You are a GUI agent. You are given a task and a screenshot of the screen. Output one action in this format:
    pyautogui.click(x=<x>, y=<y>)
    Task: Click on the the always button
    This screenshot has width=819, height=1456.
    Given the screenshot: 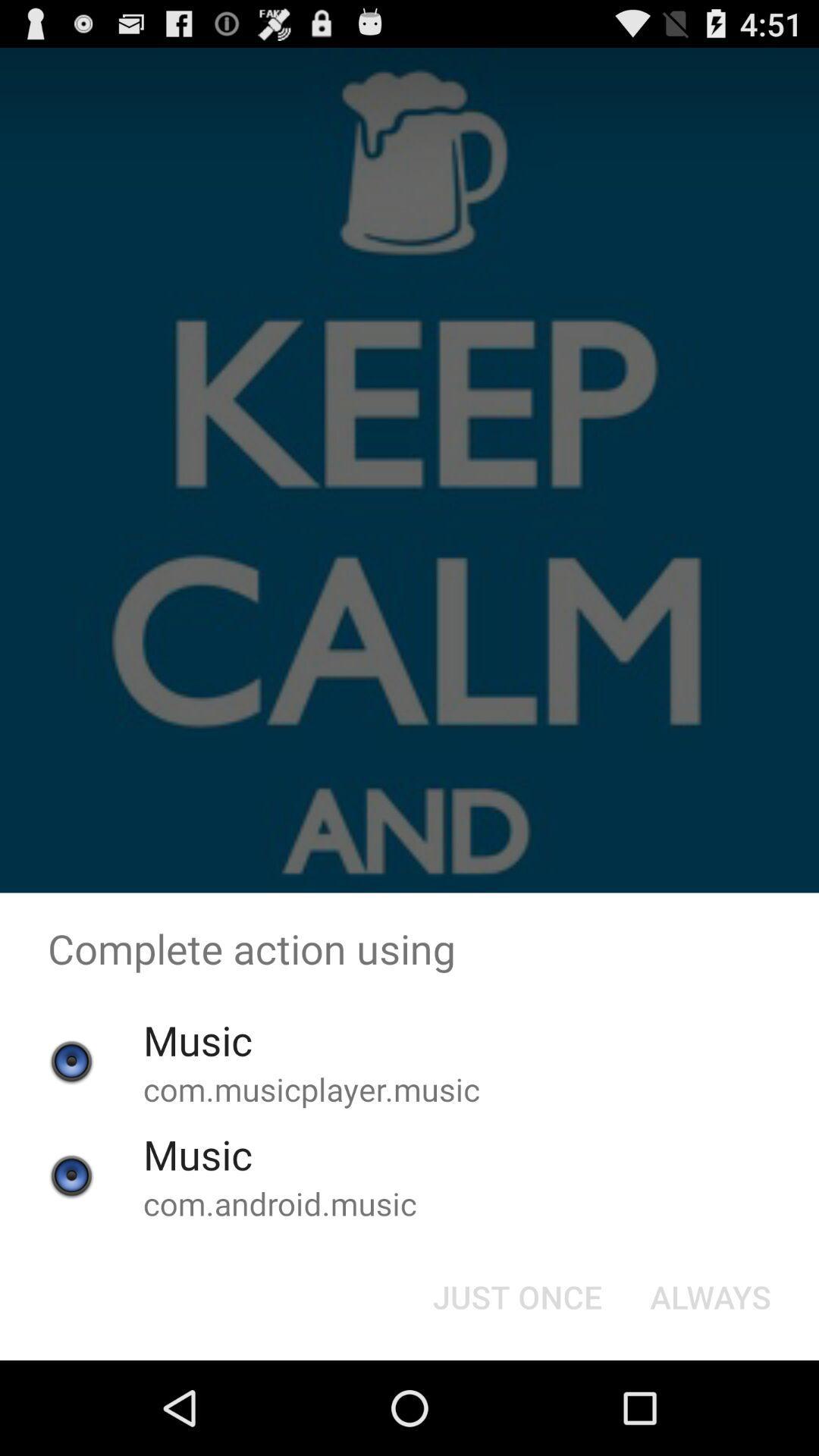 What is the action you would take?
    pyautogui.click(x=711, y=1295)
    